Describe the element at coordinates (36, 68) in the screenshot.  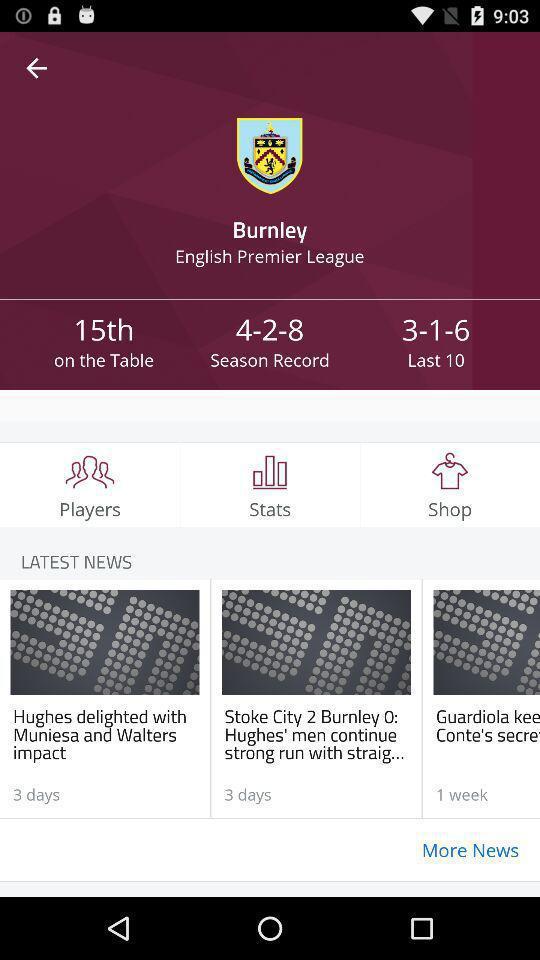
I see `the icon at the top left corner` at that location.